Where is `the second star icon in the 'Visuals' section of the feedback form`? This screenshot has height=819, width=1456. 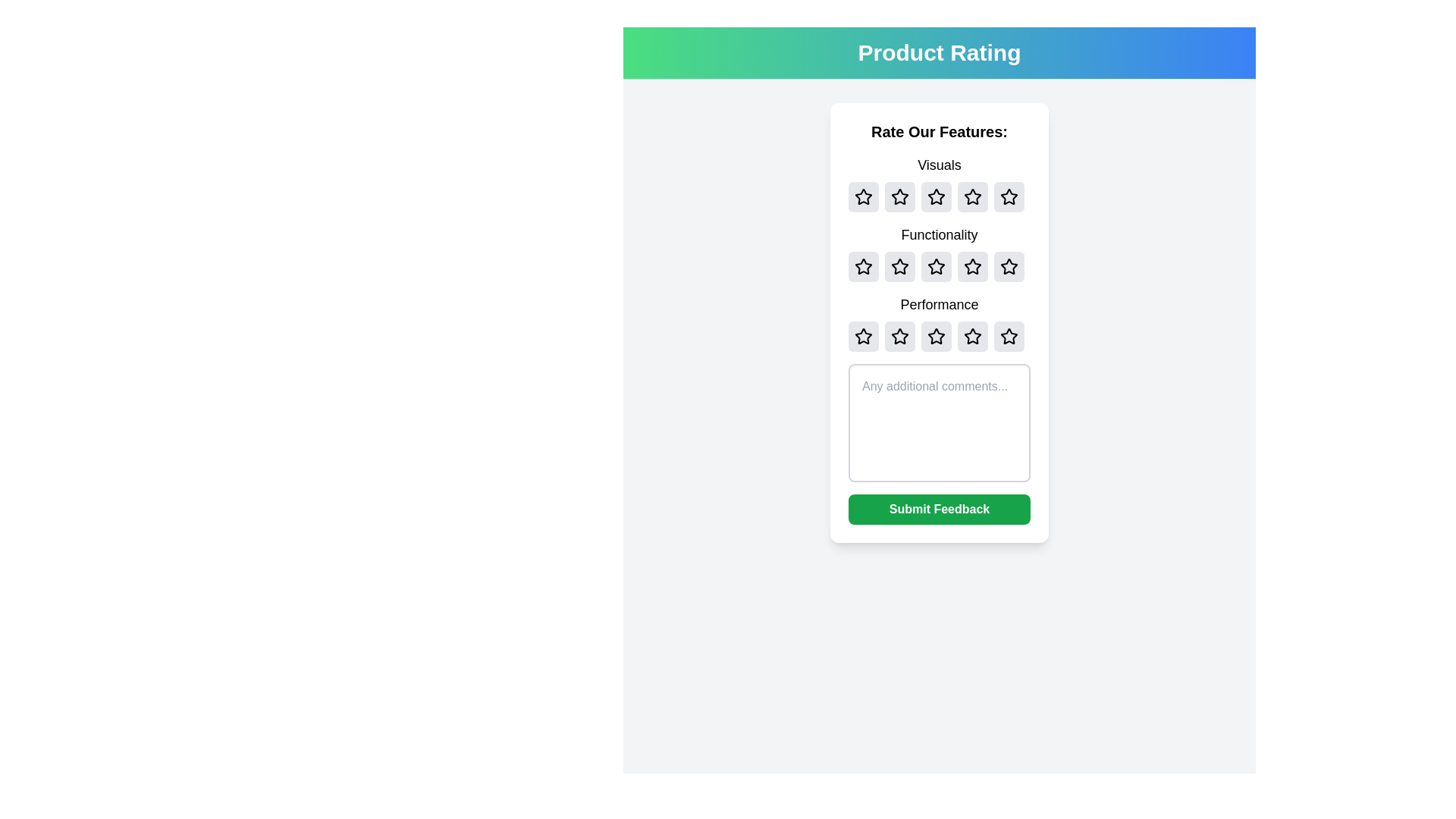
the second star icon in the 'Visuals' section of the feedback form is located at coordinates (934, 195).